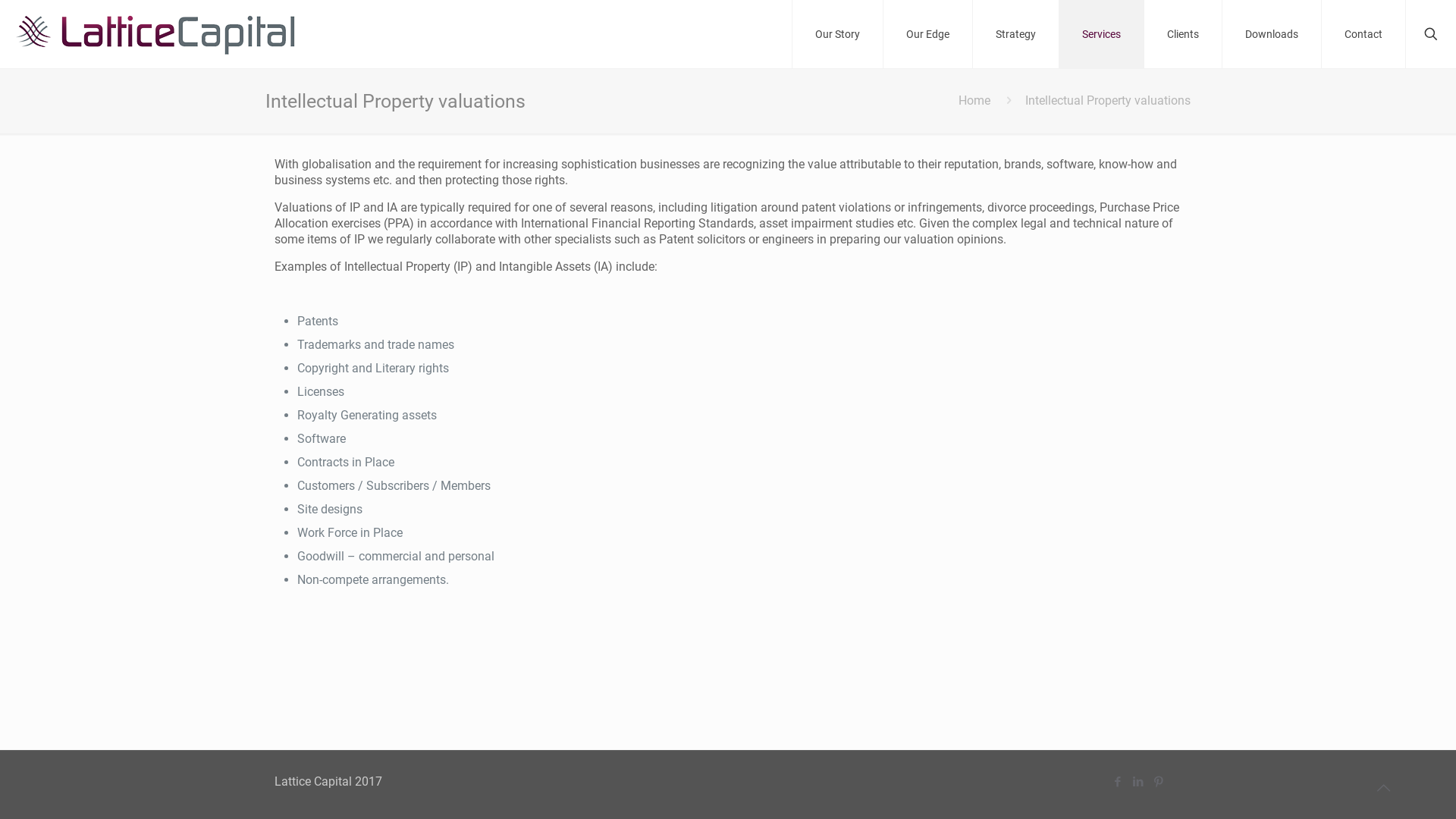 This screenshot has width=1456, height=819. What do you see at coordinates (972, 34) in the screenshot?
I see `'Strategy'` at bounding box center [972, 34].